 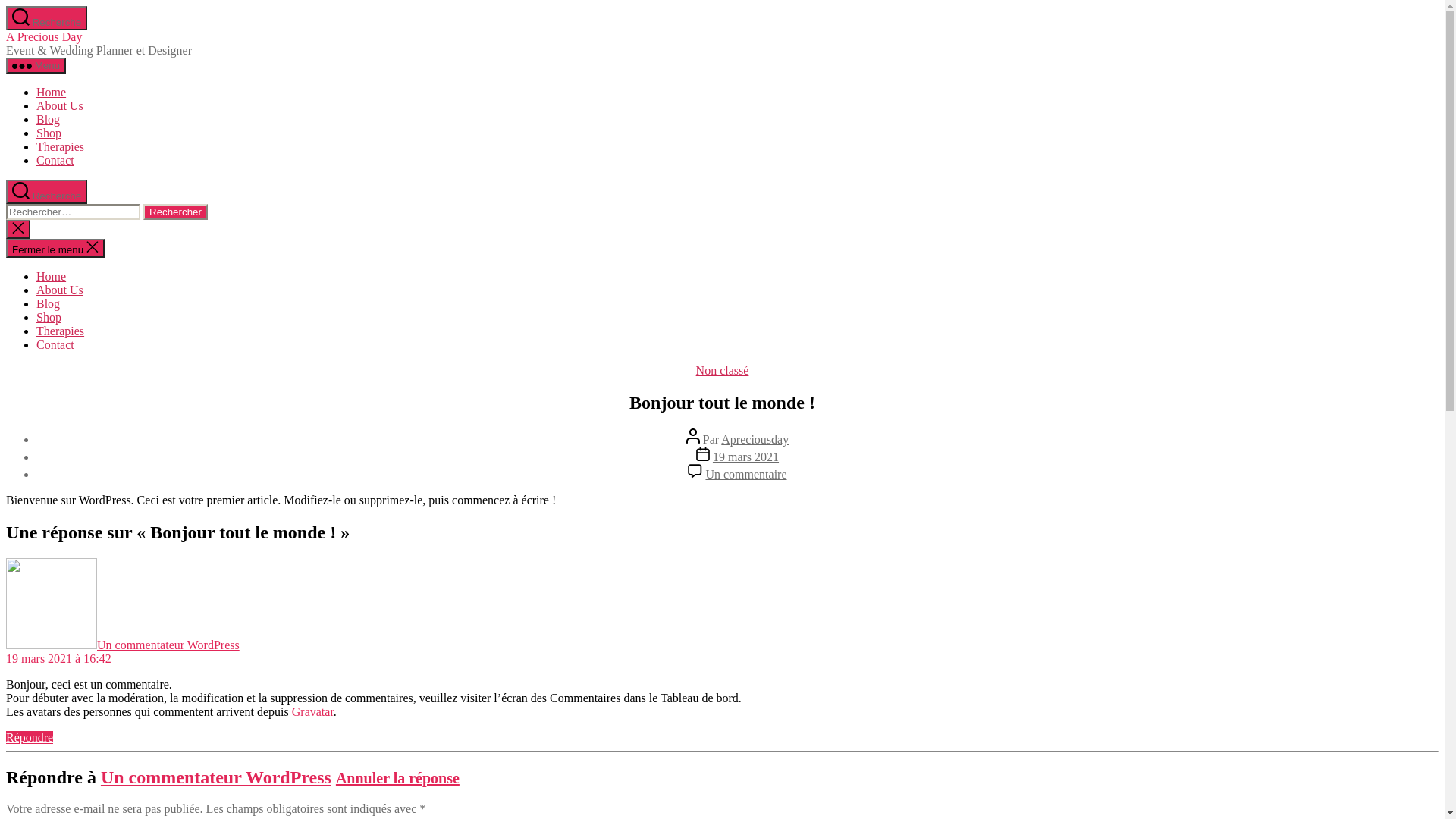 What do you see at coordinates (755, 439) in the screenshot?
I see `'Apreciousday'` at bounding box center [755, 439].